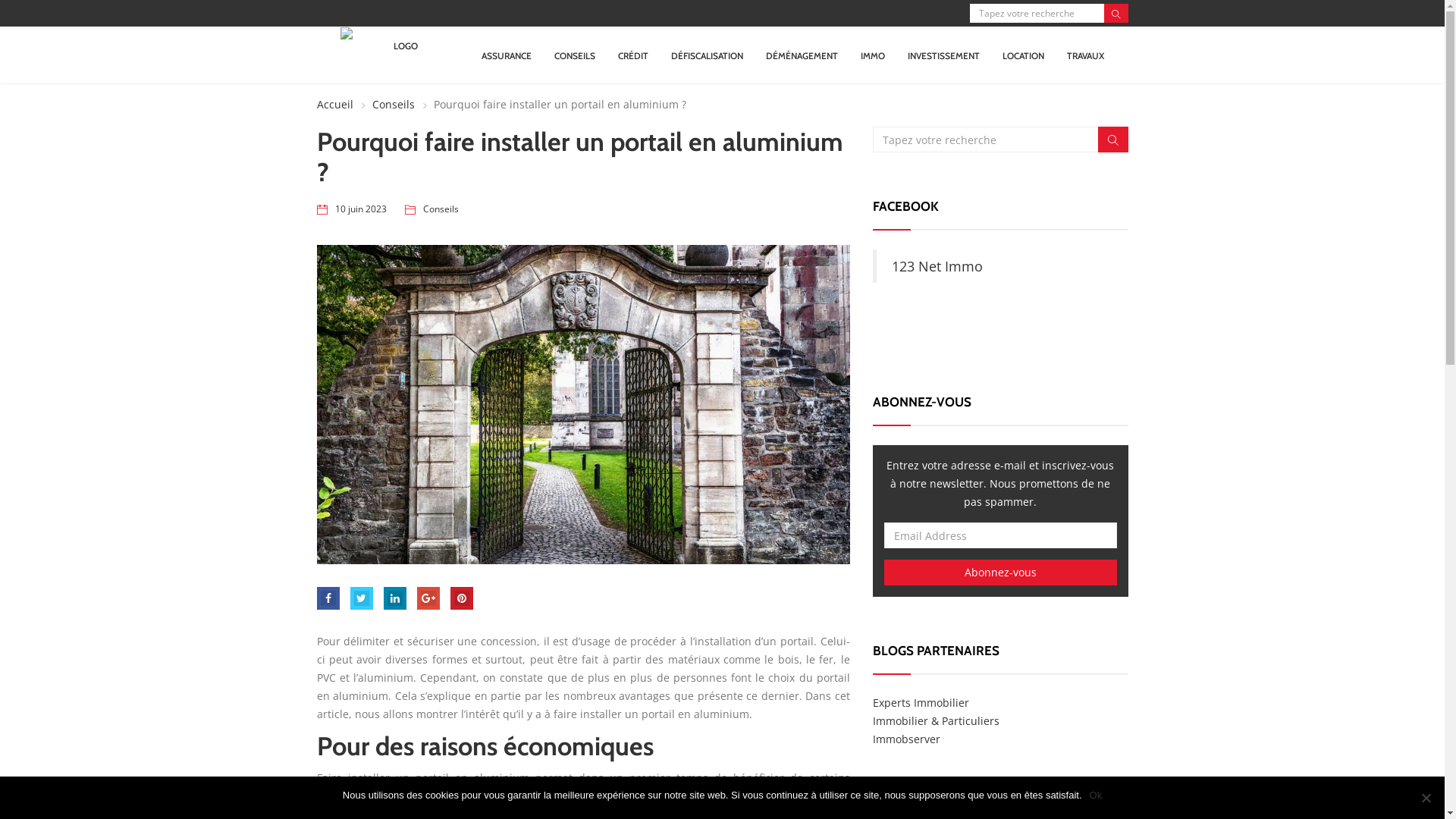  What do you see at coordinates (440, 209) in the screenshot?
I see `'Conseils'` at bounding box center [440, 209].